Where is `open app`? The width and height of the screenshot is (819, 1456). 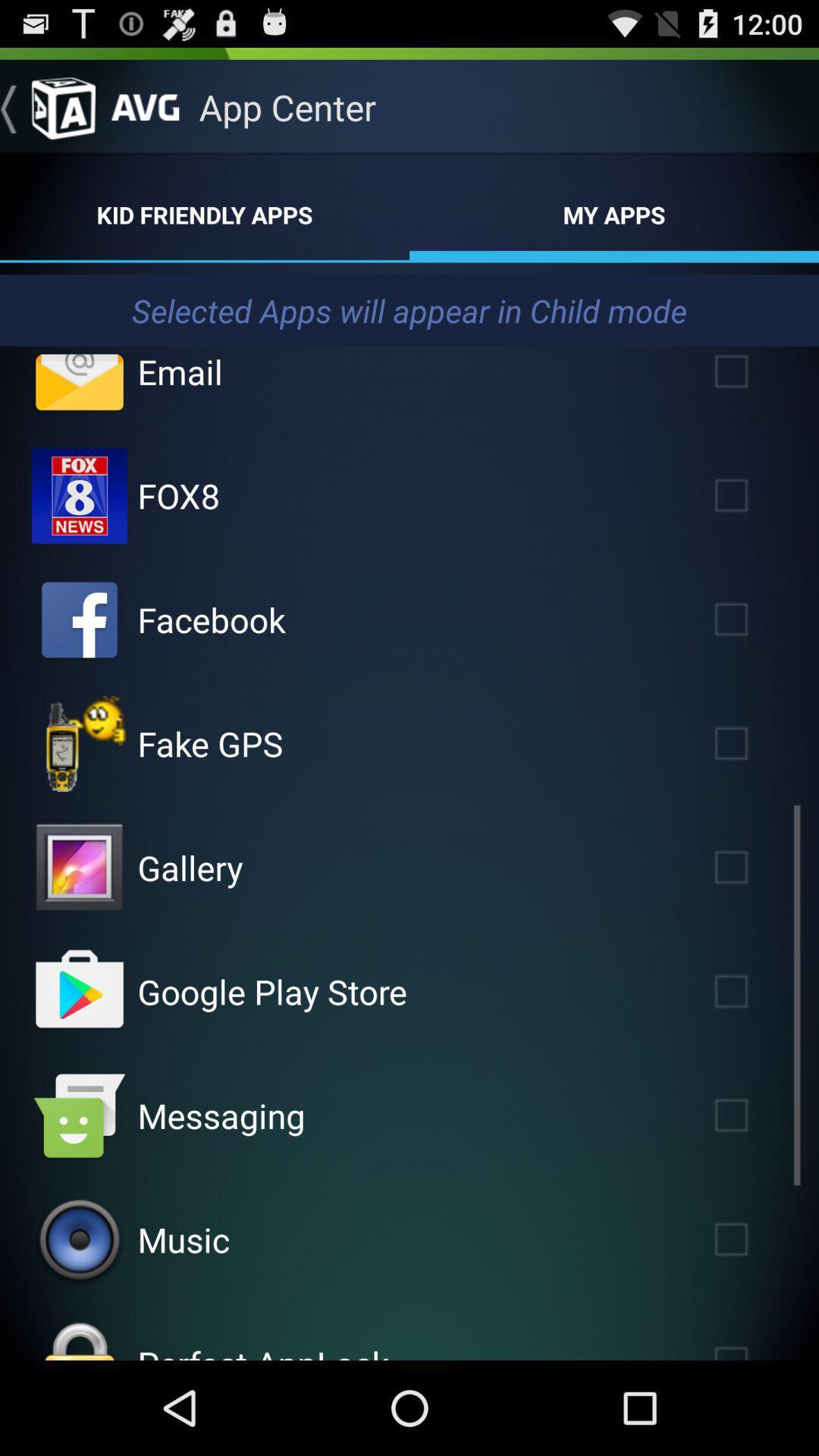
open app is located at coordinates (79, 743).